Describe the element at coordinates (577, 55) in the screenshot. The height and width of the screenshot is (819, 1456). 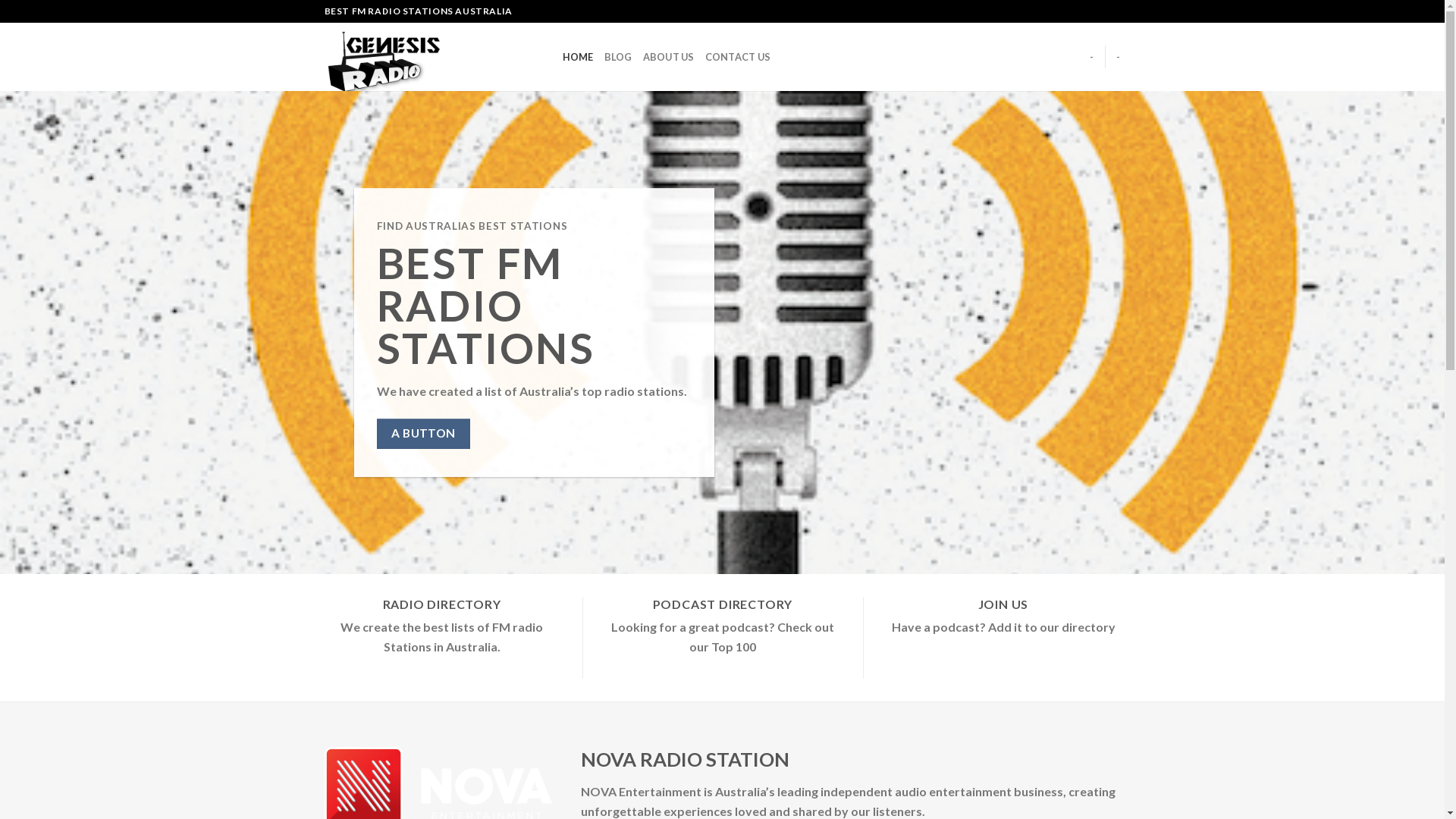
I see `'HOME'` at that location.